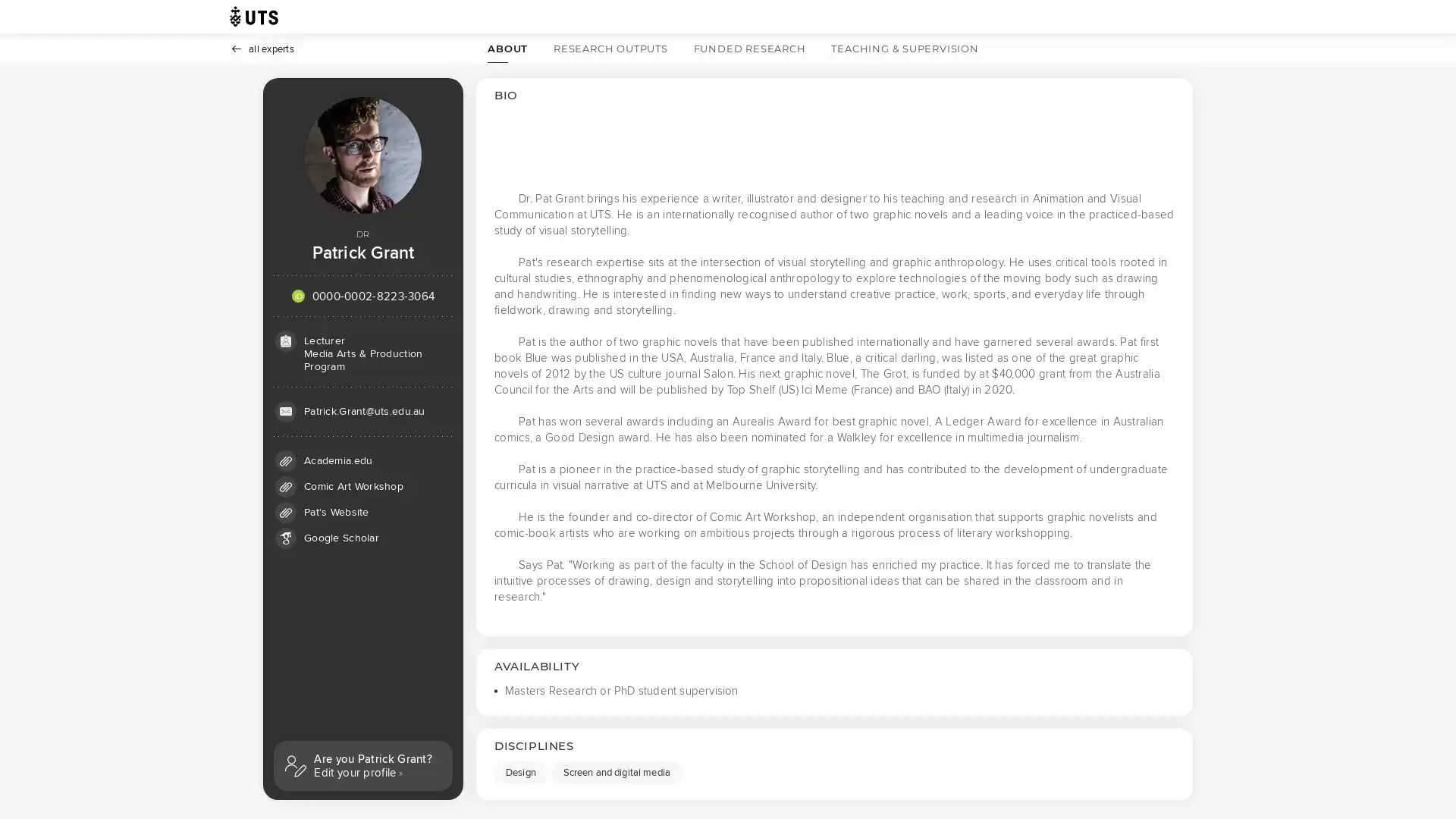  What do you see at coordinates (520, 772) in the screenshot?
I see `Design Click to search for profiles with this tag.` at bounding box center [520, 772].